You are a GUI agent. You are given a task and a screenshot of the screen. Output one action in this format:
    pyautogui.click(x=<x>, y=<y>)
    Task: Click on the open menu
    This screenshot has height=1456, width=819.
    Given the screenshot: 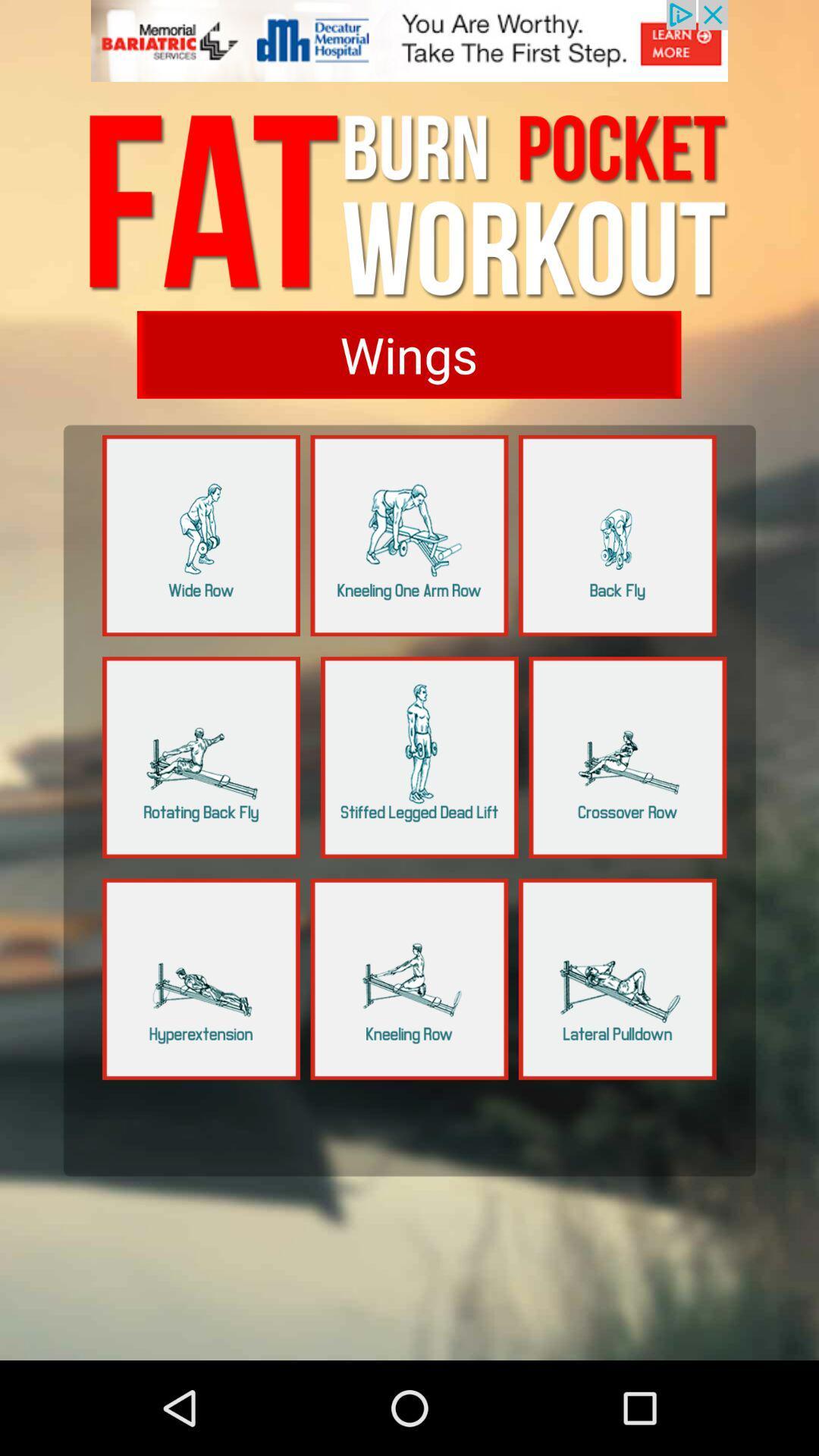 What is the action you would take?
    pyautogui.click(x=200, y=979)
    